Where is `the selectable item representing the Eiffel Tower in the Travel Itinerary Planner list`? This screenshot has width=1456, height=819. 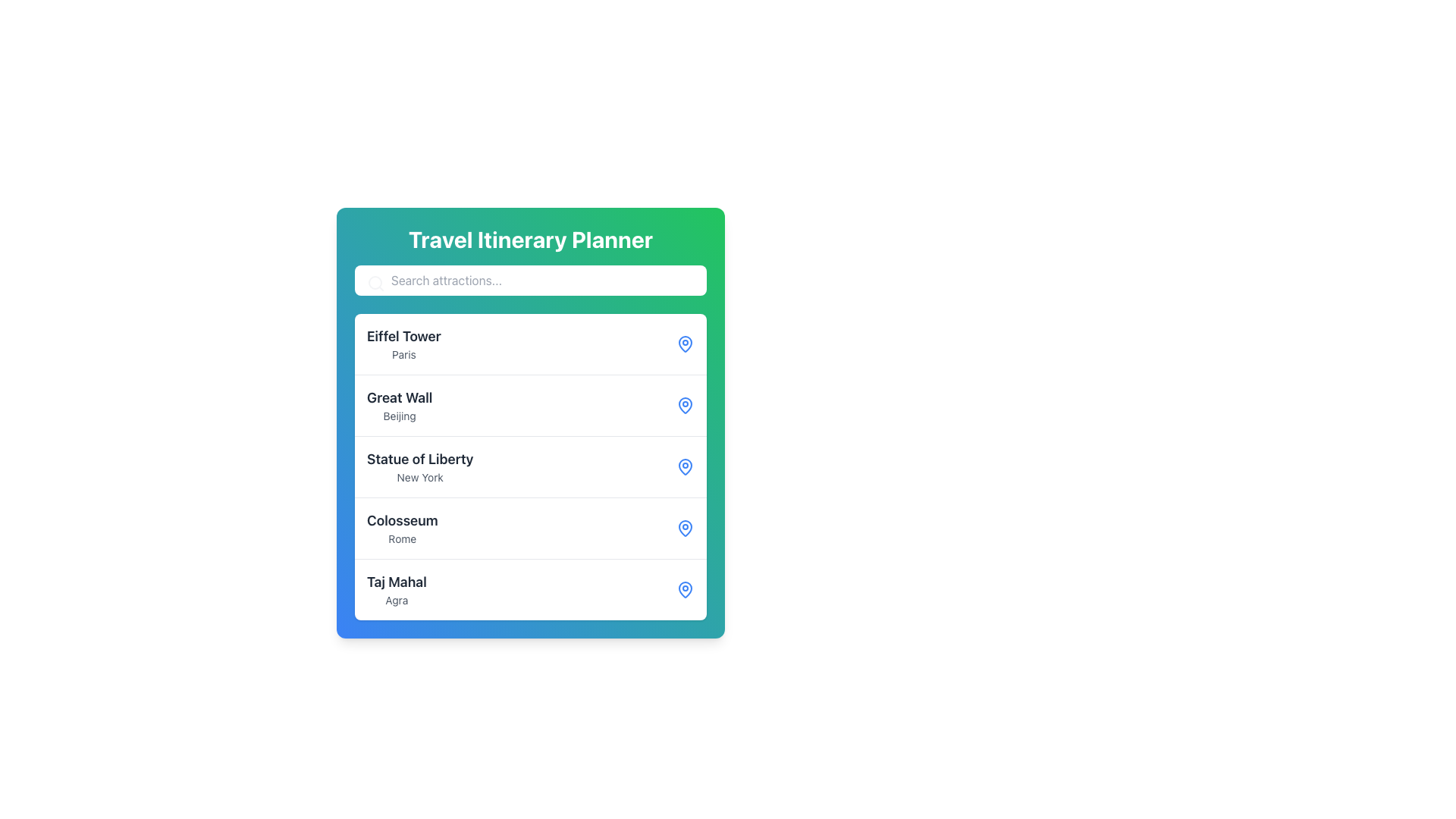
the selectable item representing the Eiffel Tower in the Travel Itinerary Planner list is located at coordinates (403, 344).